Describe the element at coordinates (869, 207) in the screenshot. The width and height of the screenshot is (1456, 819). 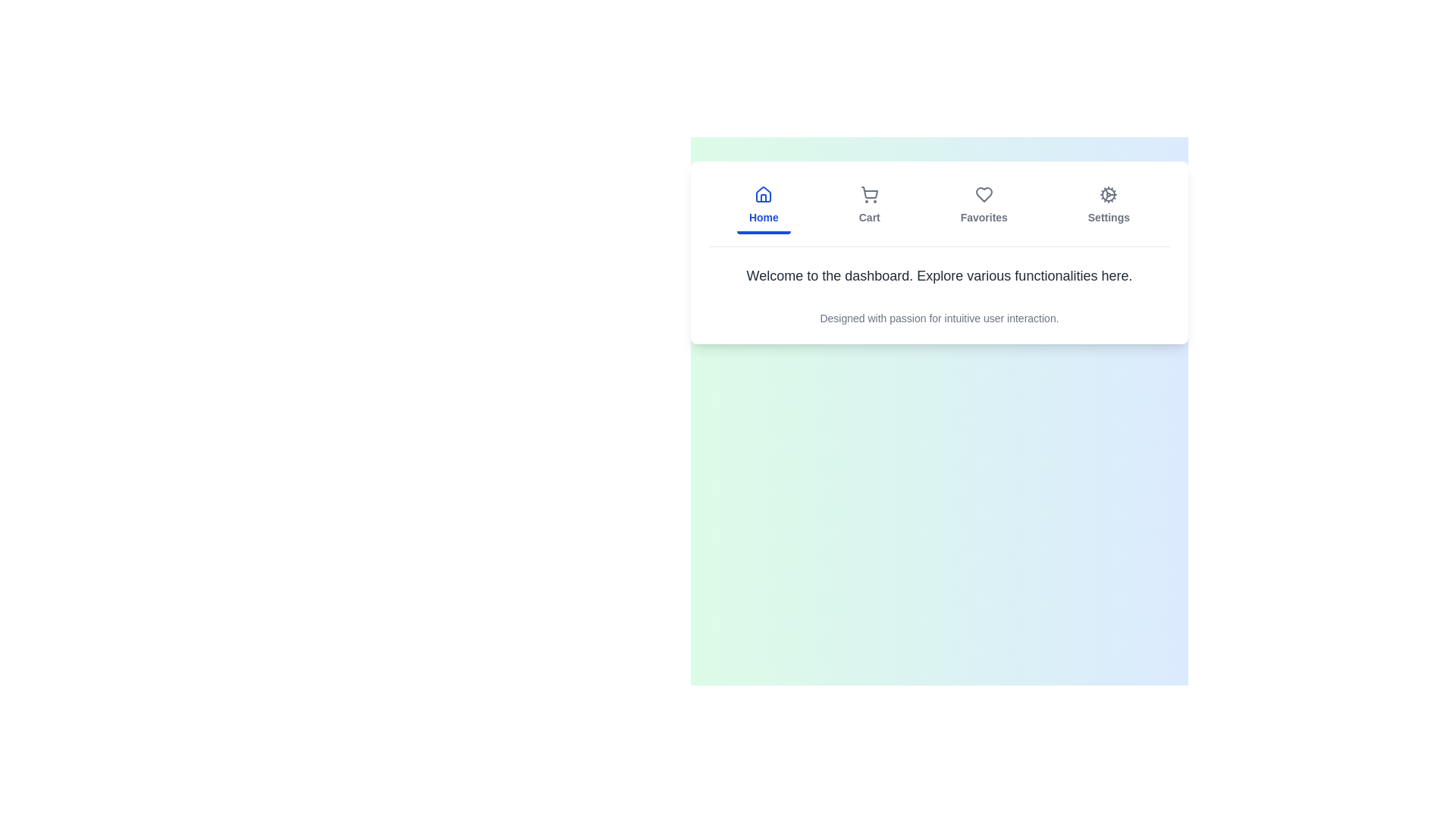
I see `the 'Cart' button, which features a shopping cart icon and is located in the navigation bar, second from the left, between 'Home' and 'Favorites'` at that location.